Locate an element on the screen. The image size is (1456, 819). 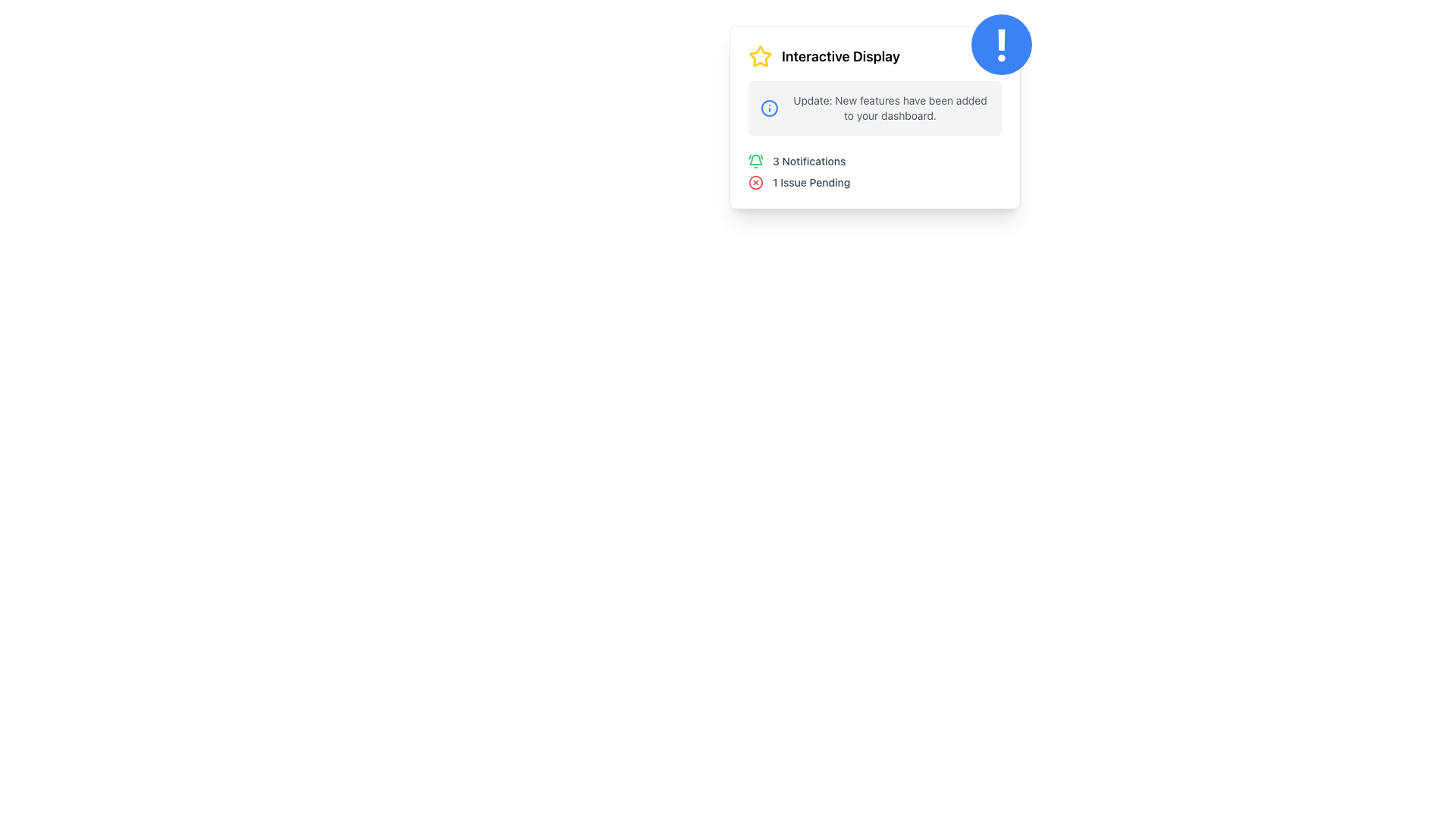
text content that informs the user about the number of unread or pending notifications, located in the notification panel near the bell icon is located at coordinates (808, 161).